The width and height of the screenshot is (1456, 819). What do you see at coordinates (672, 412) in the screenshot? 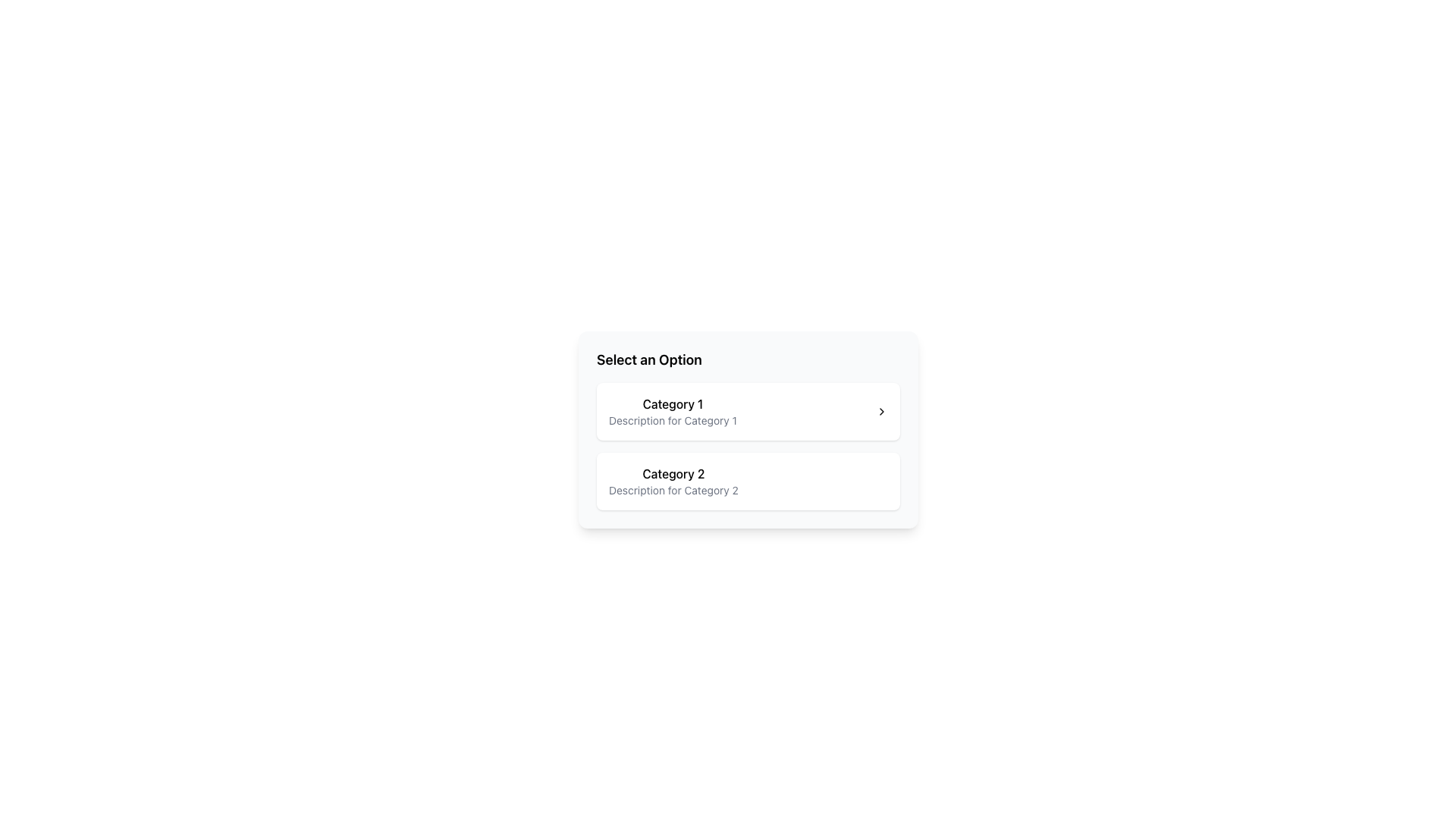
I see `the first selectable option in the vertically stacked list within the card labeled 'Select an Option'` at bounding box center [672, 412].